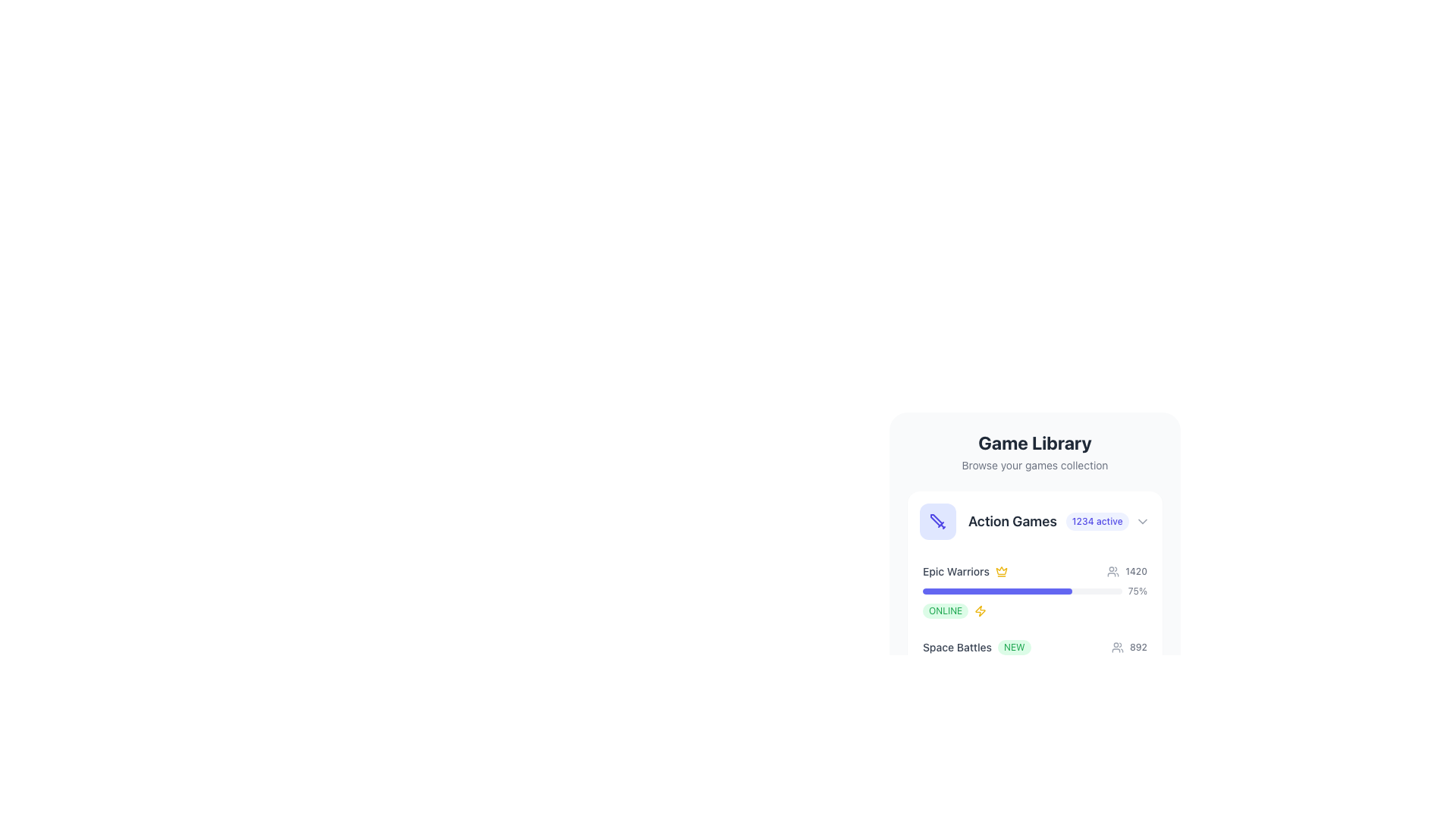 Image resolution: width=1456 pixels, height=819 pixels. What do you see at coordinates (964, 571) in the screenshot?
I see `game title 'Epic Warriors' displayed with an adjacent crown icon, which is the first entry in the 'Action Games' list` at bounding box center [964, 571].